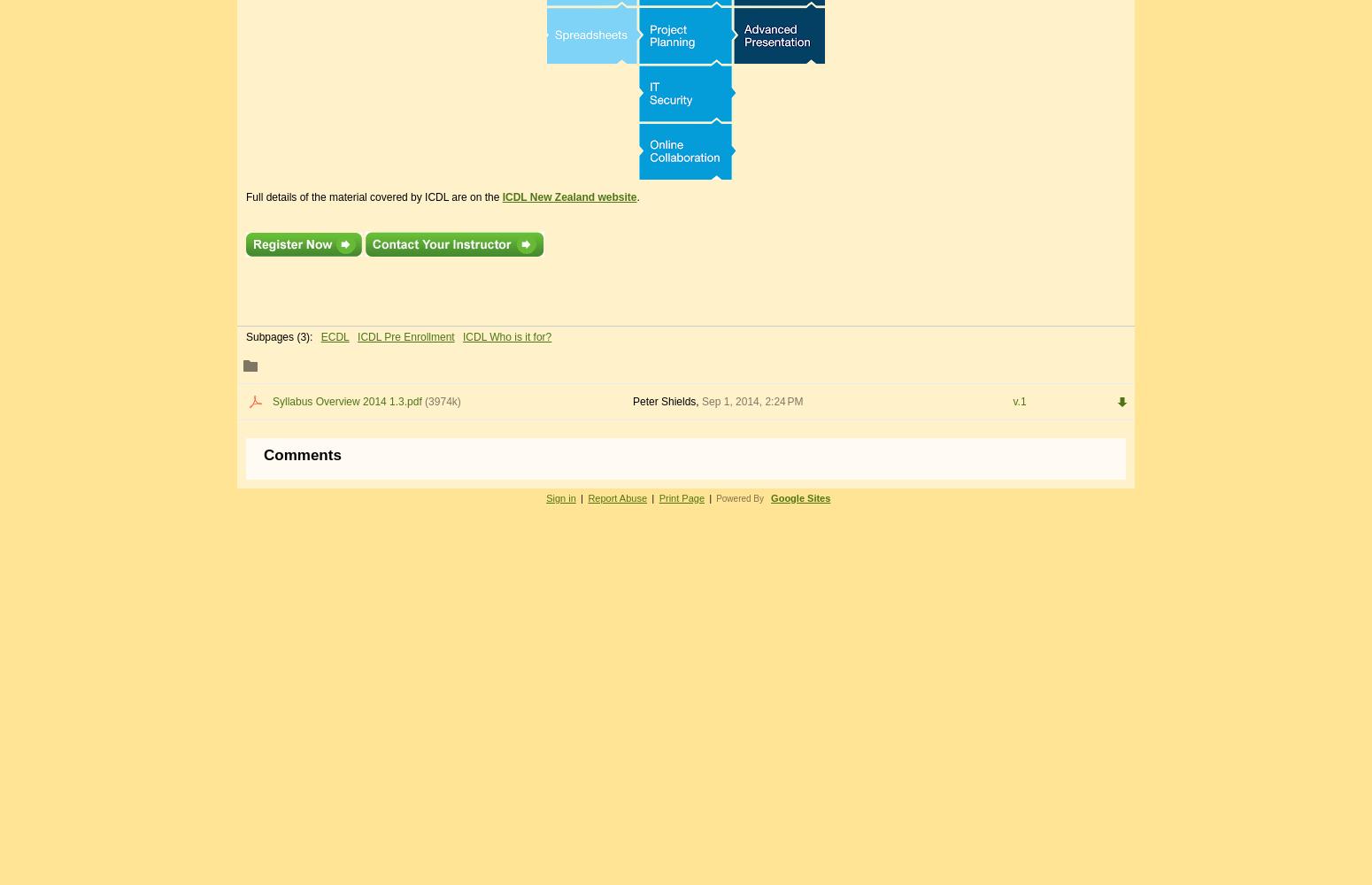 This screenshot has height=885, width=1372. I want to click on 'Report Abuse', so click(616, 497).